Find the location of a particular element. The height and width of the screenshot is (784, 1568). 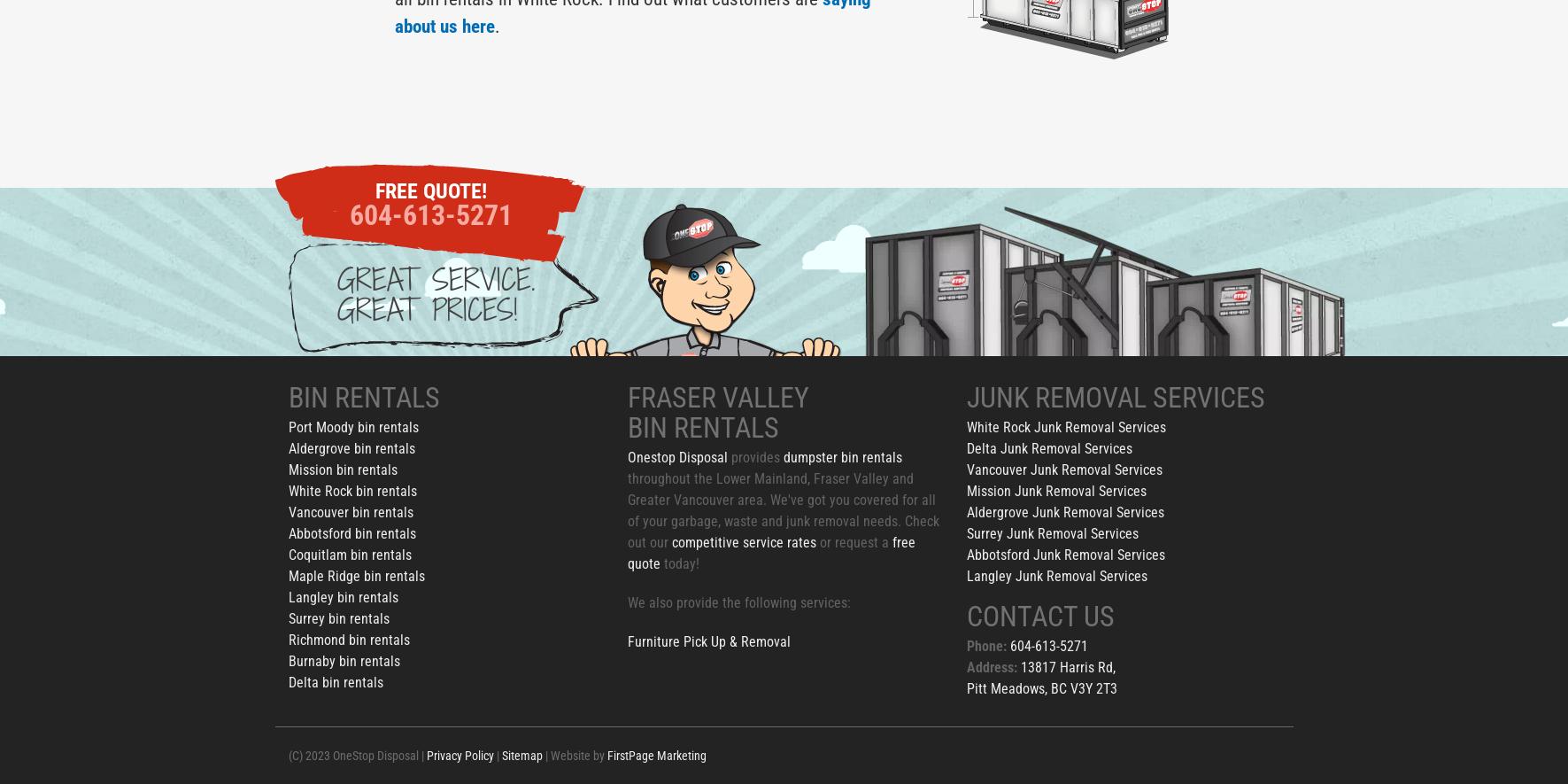

'Burnaby bin rentals' is located at coordinates (344, 661).